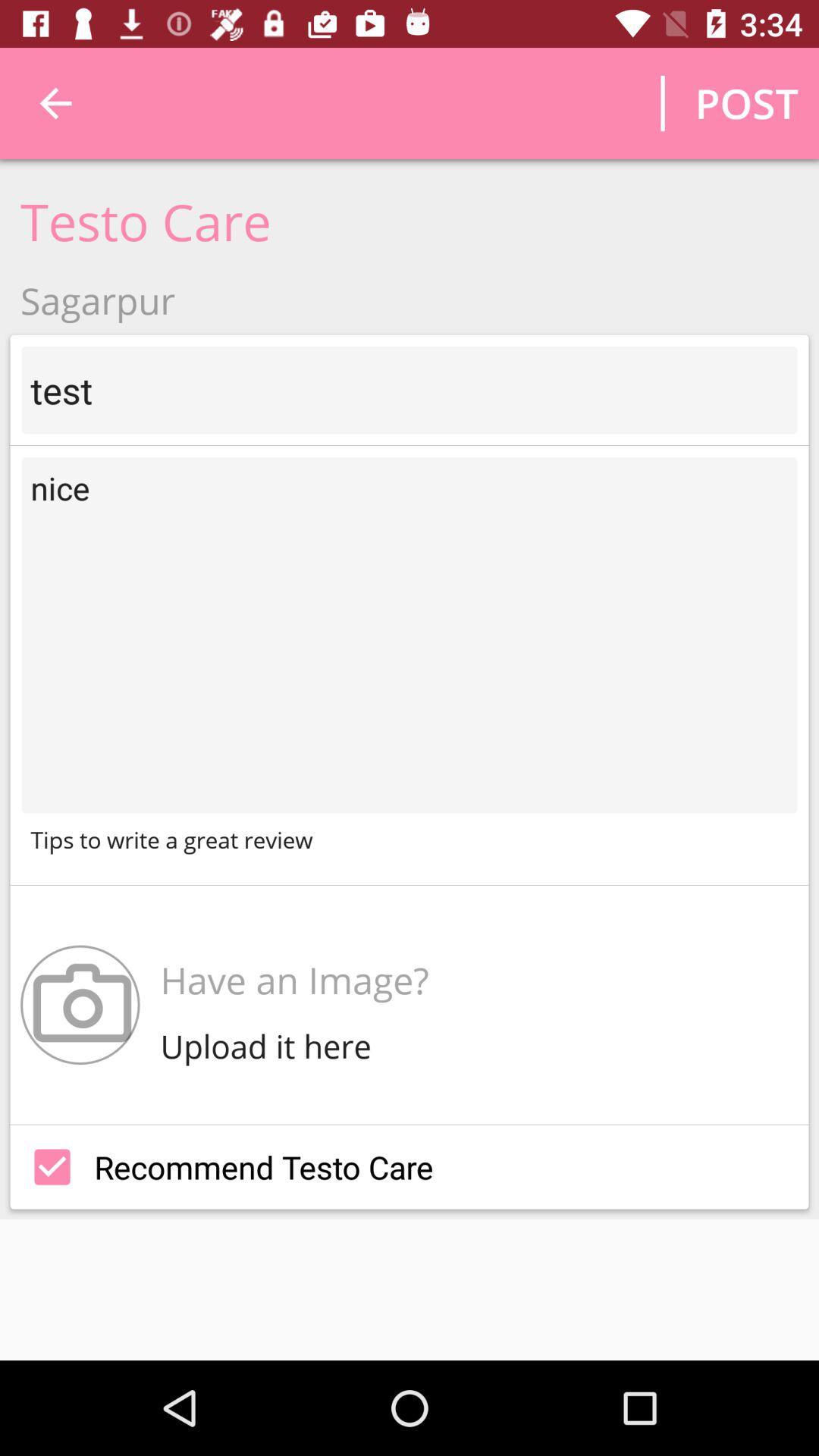 The height and width of the screenshot is (1456, 819). I want to click on the nice icon, so click(409, 635).